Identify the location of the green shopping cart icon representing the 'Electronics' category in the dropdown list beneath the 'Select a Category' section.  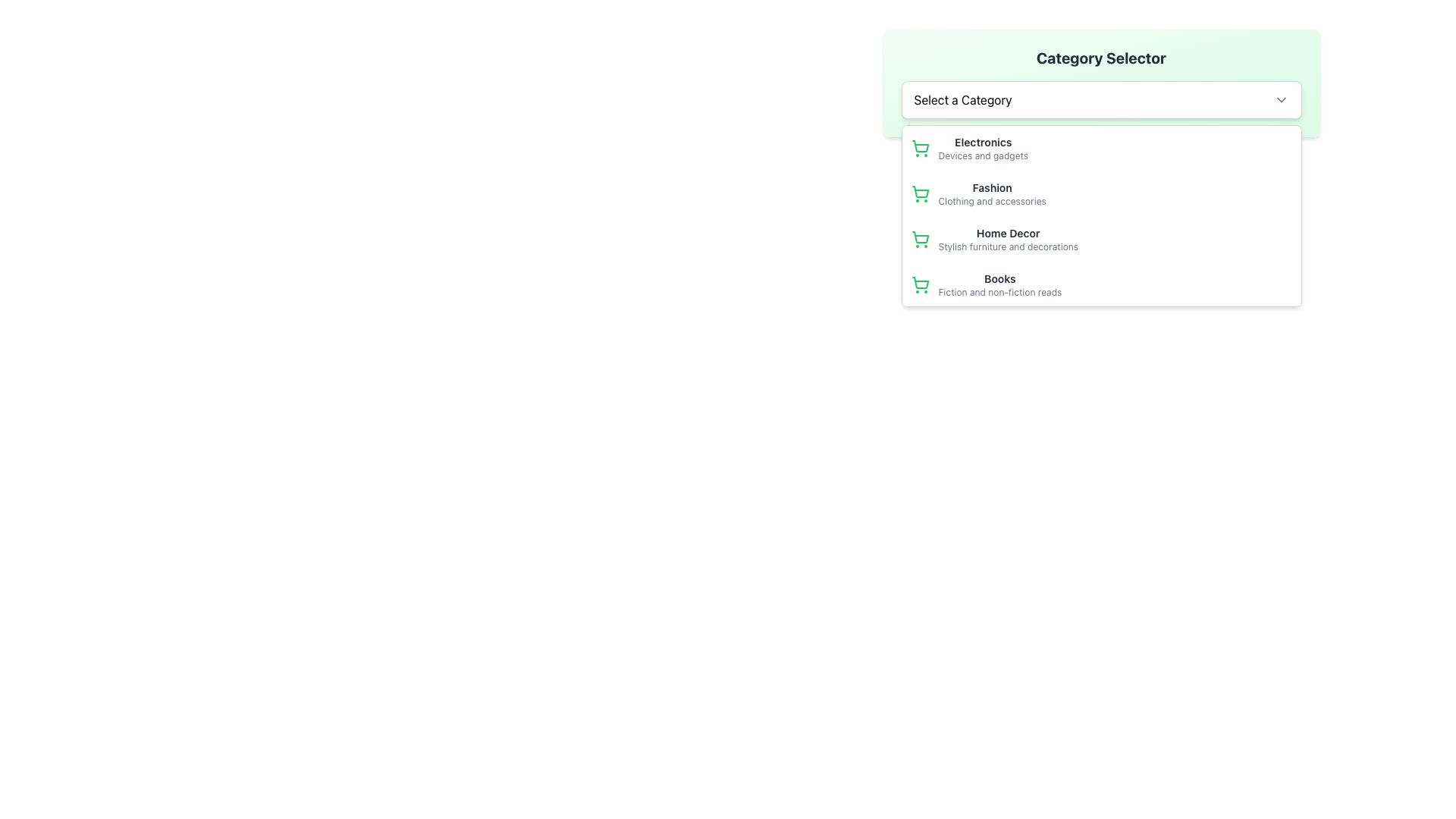
(919, 149).